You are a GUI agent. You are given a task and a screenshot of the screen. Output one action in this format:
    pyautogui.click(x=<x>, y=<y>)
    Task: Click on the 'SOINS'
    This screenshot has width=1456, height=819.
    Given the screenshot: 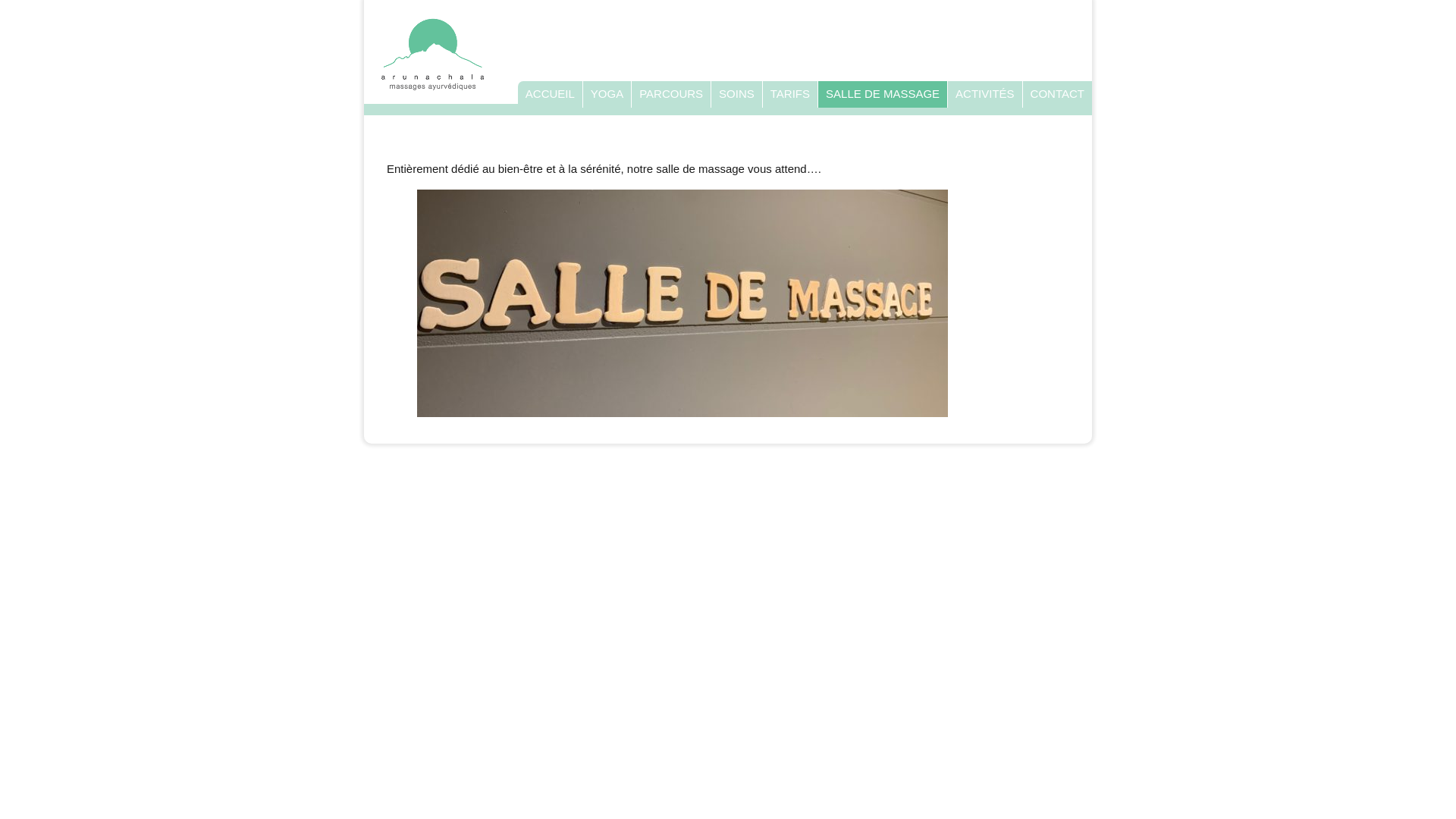 What is the action you would take?
    pyautogui.click(x=736, y=93)
    